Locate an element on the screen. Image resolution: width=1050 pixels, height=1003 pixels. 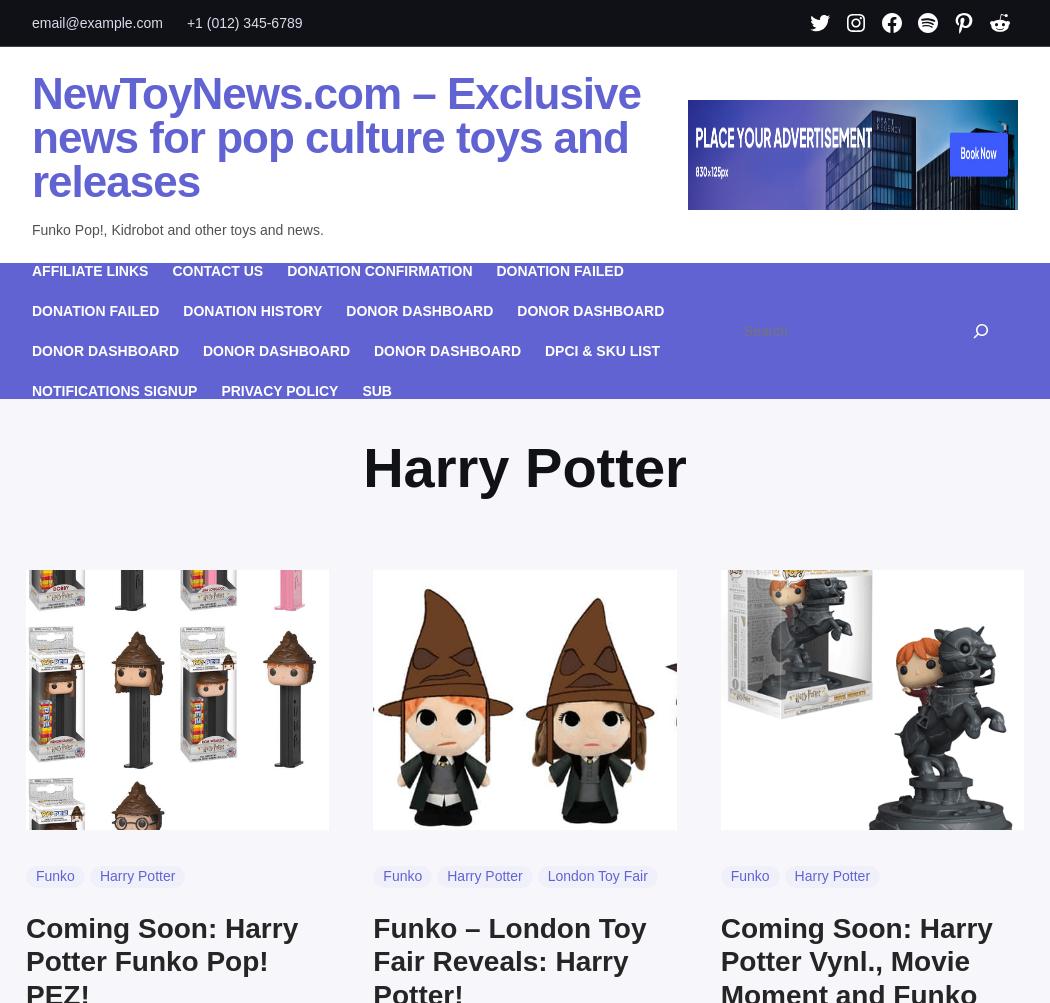
'Privacy Policy' is located at coordinates (220, 388).